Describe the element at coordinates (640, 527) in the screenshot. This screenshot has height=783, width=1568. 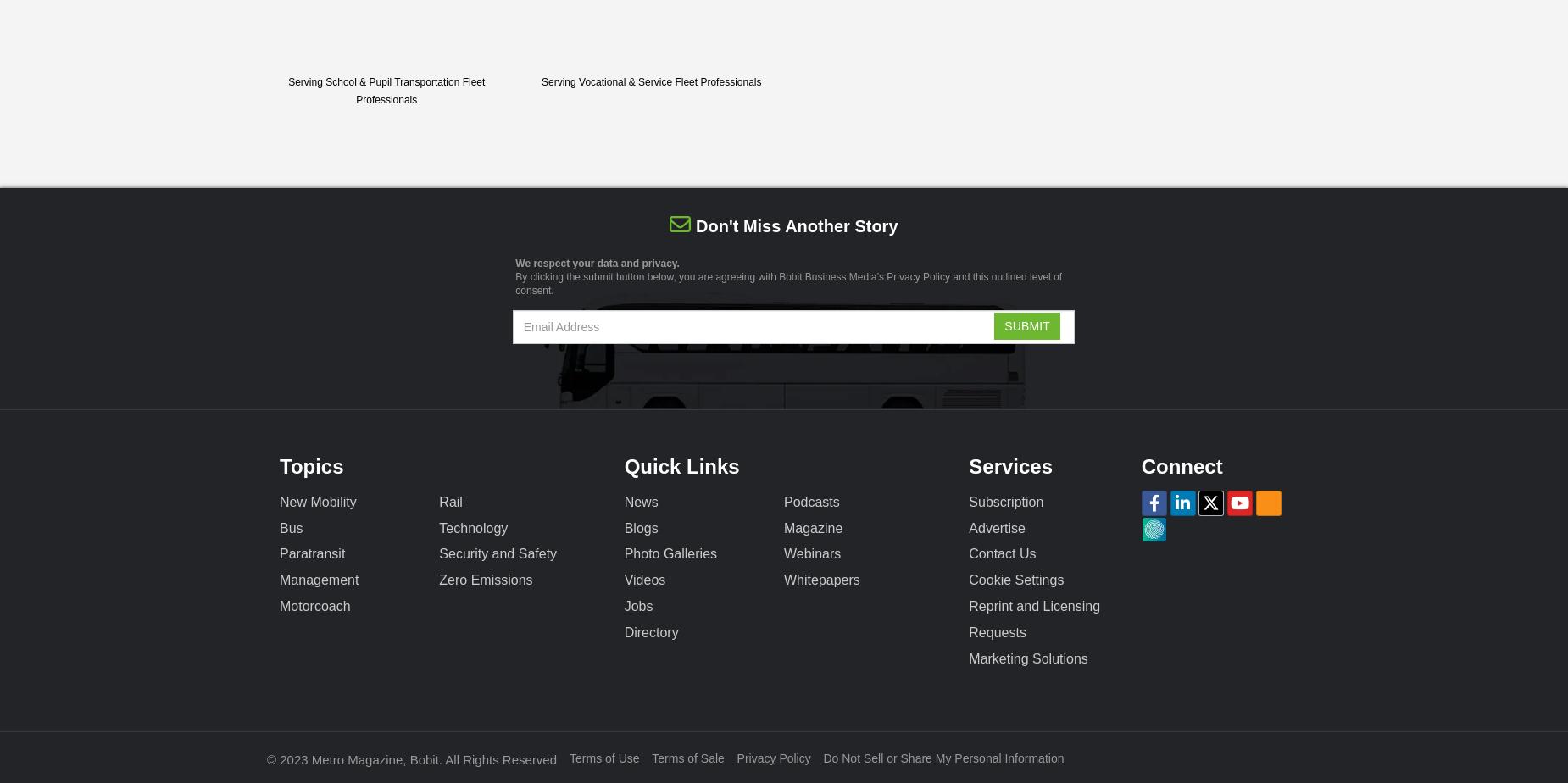
I see `'Blogs'` at that location.